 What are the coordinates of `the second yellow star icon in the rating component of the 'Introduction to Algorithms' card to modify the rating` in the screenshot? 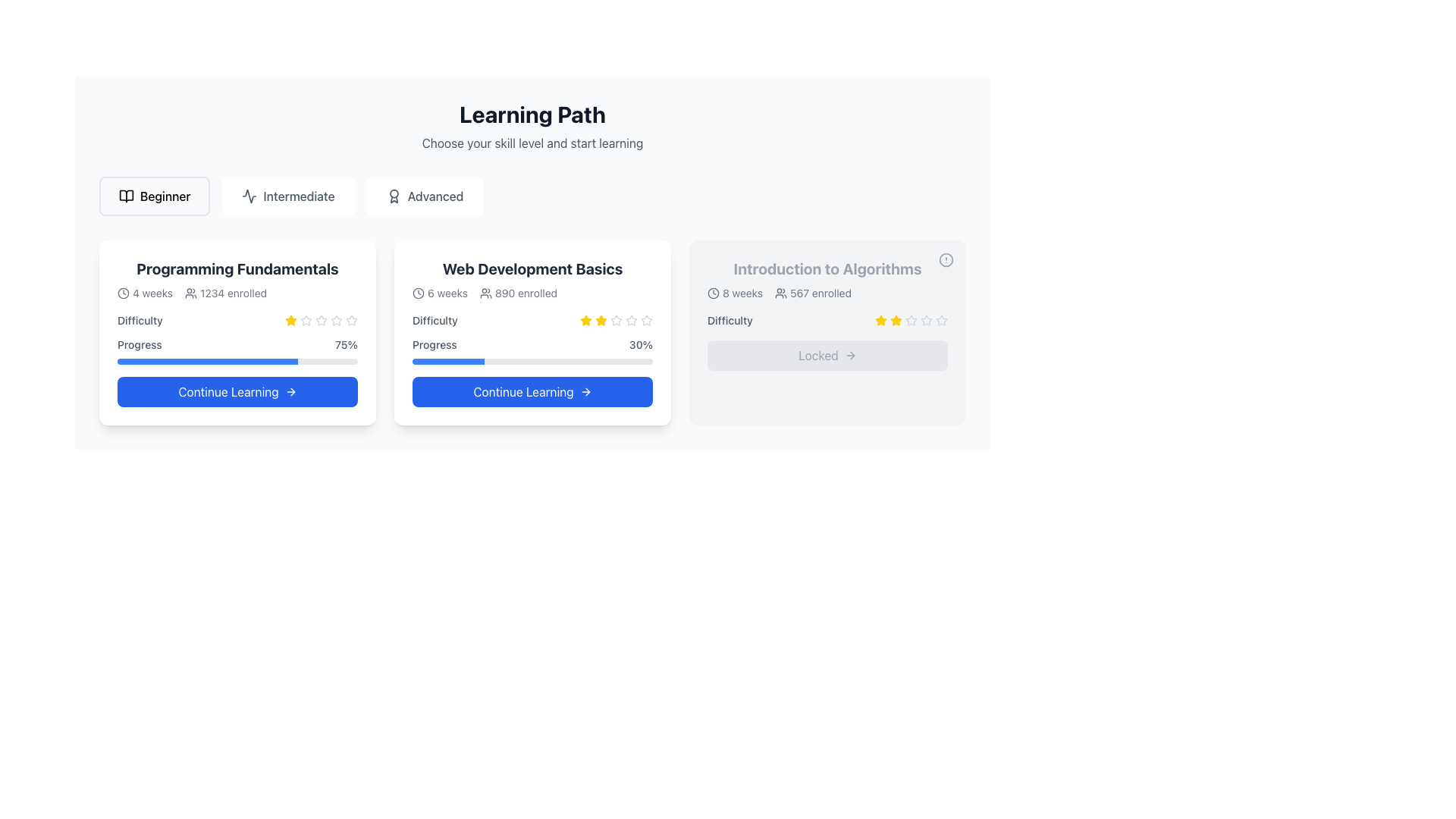 It's located at (880, 319).